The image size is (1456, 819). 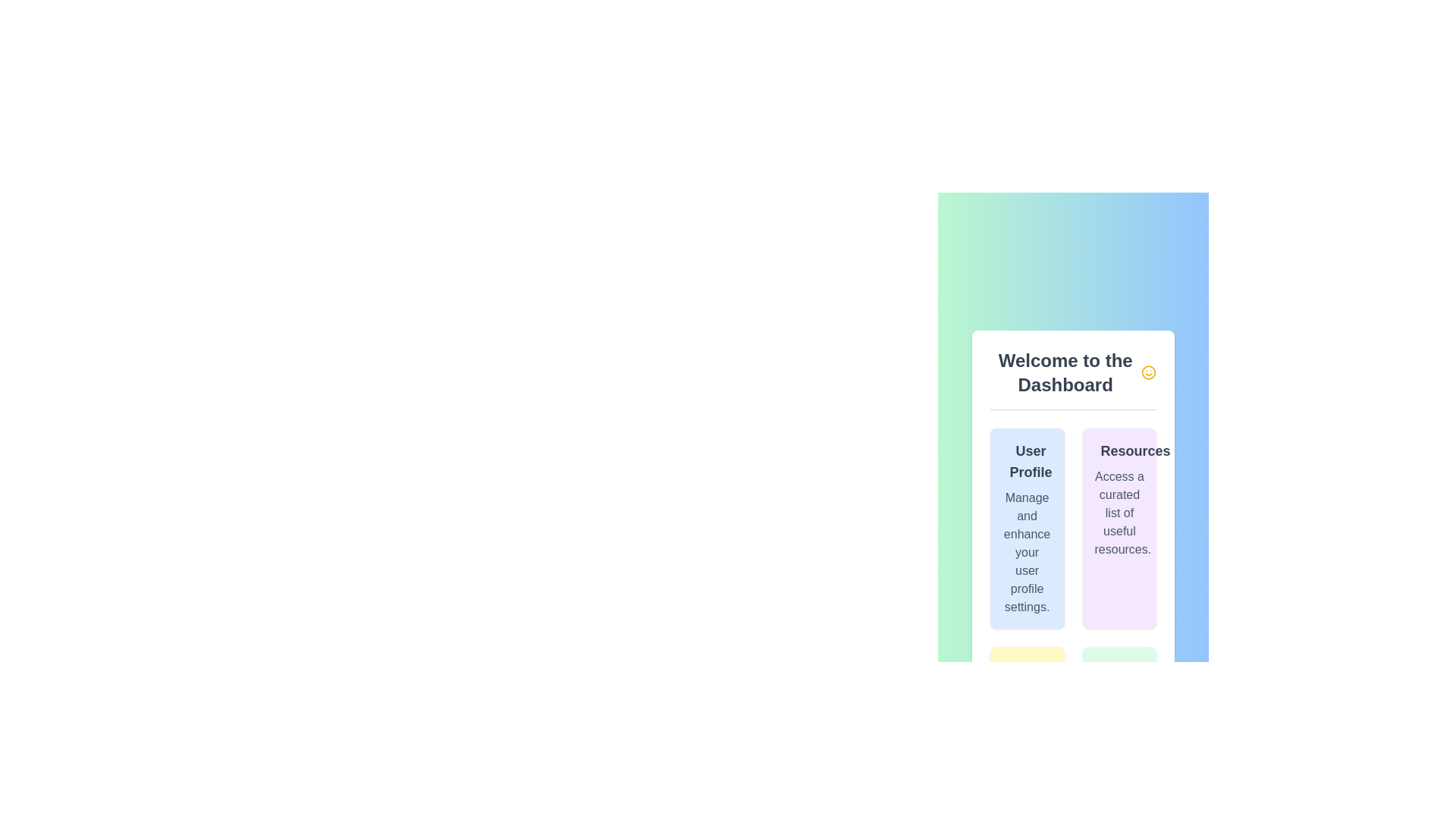 What do you see at coordinates (1027, 552) in the screenshot?
I see `the descriptive text block that reads 'Manage and enhance your user profile settings.' located below the 'User Profile' heading in the left segment of the two-column layout` at bounding box center [1027, 552].